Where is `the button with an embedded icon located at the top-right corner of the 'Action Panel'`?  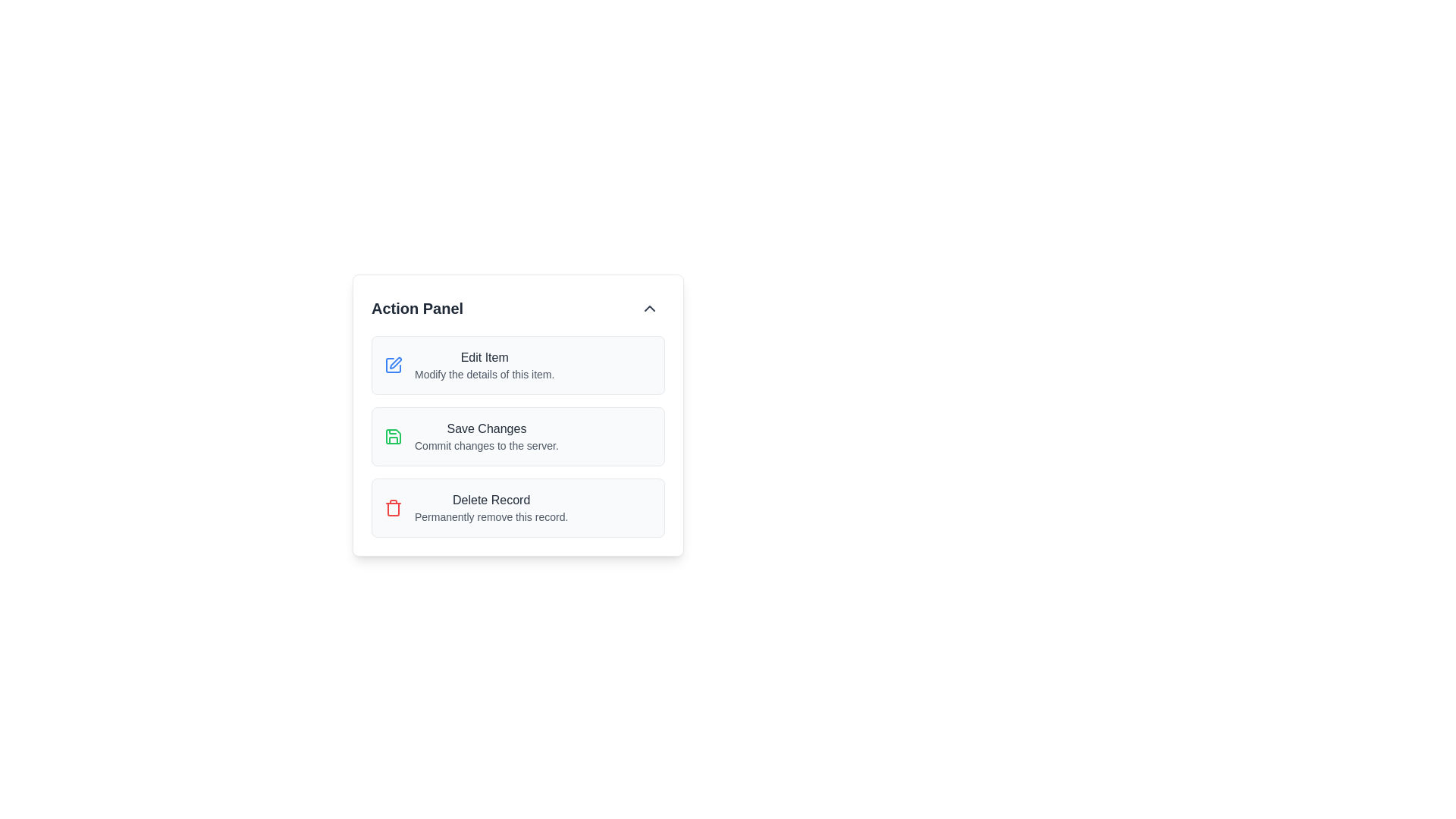 the button with an embedded icon located at the top-right corner of the 'Action Panel' is located at coordinates (650, 308).